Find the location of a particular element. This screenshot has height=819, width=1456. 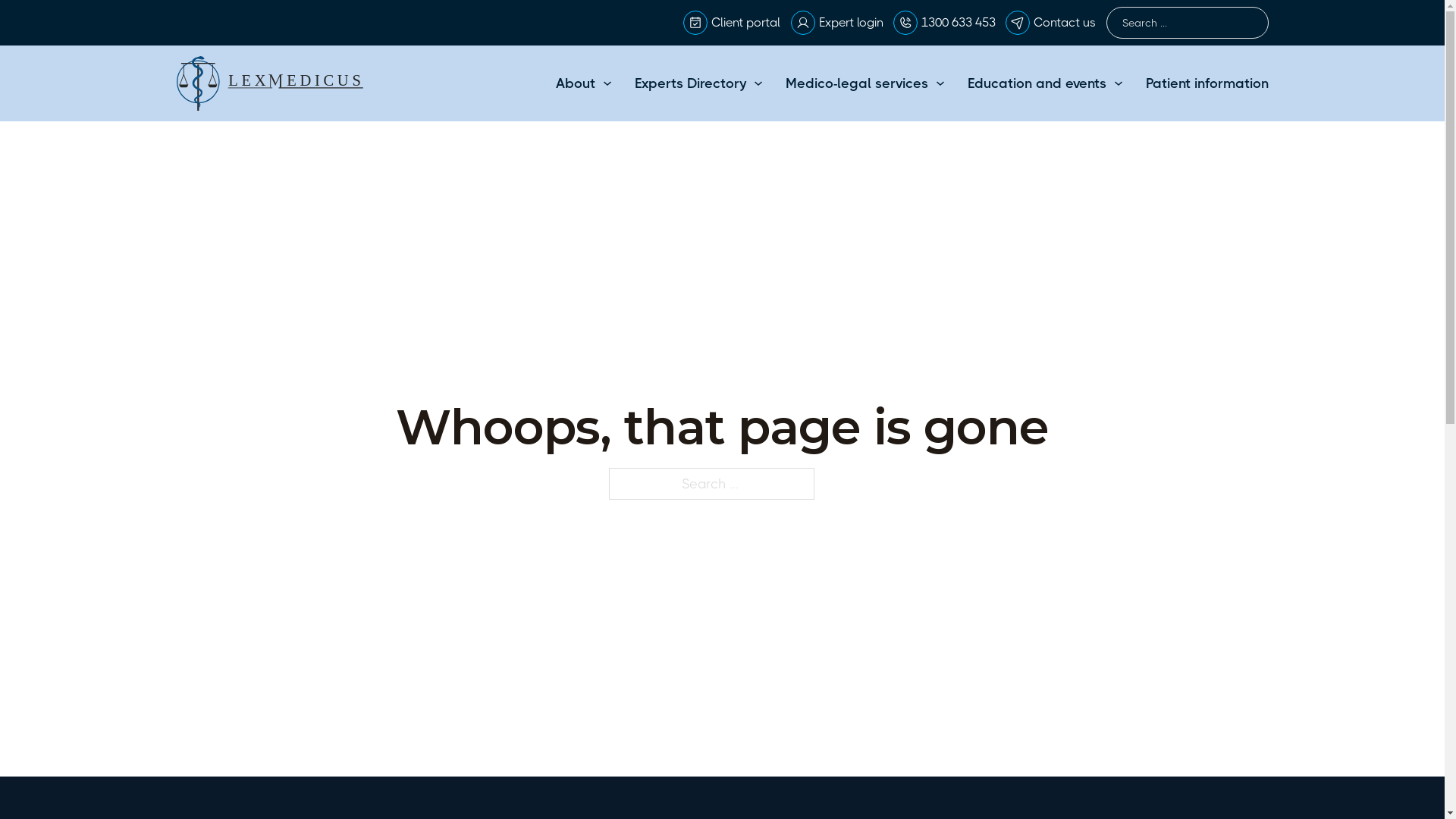

'1300 633 453' is located at coordinates (957, 23).